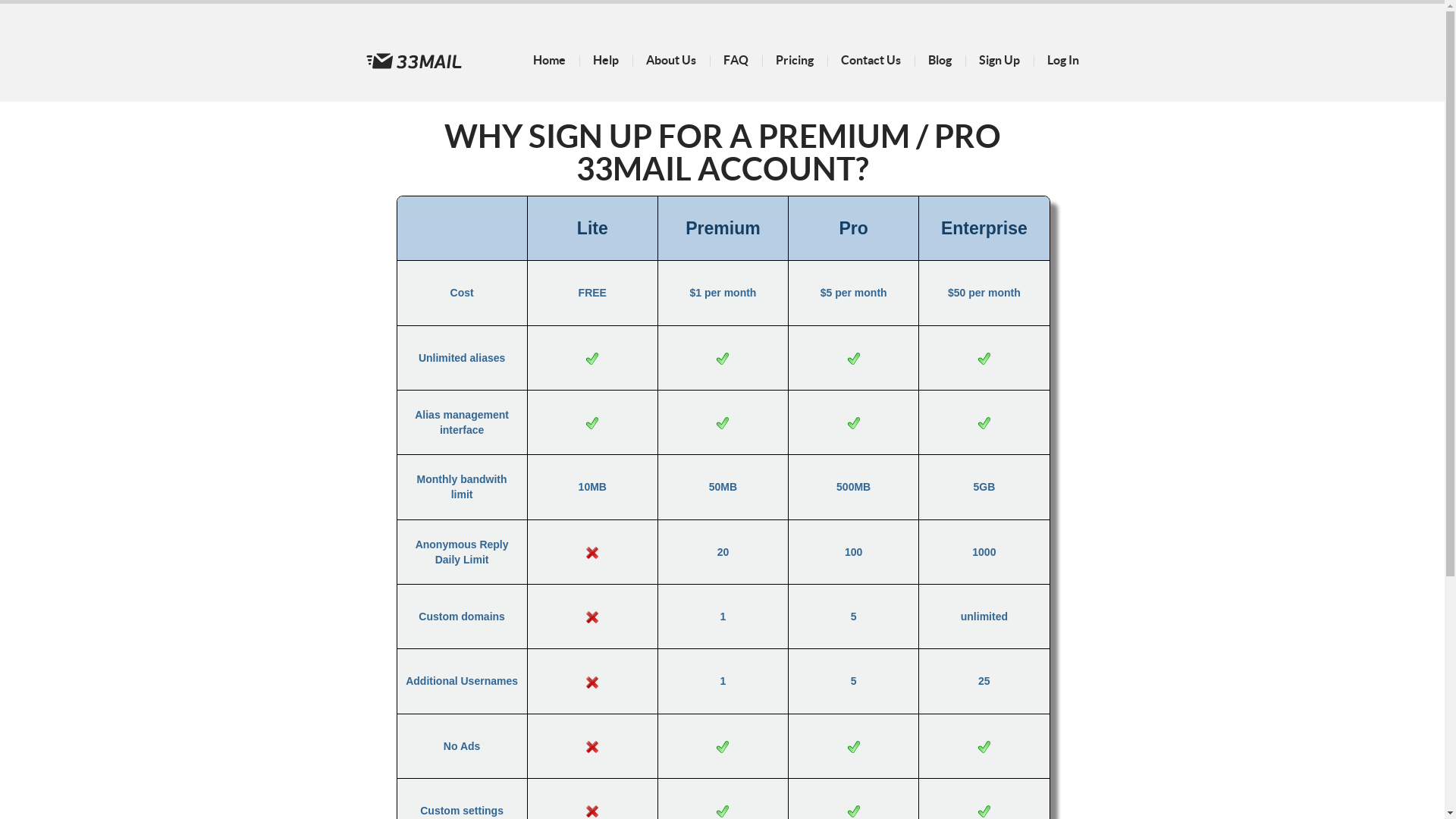 This screenshot has height=819, width=1456. I want to click on 'FAQ', so click(736, 58).